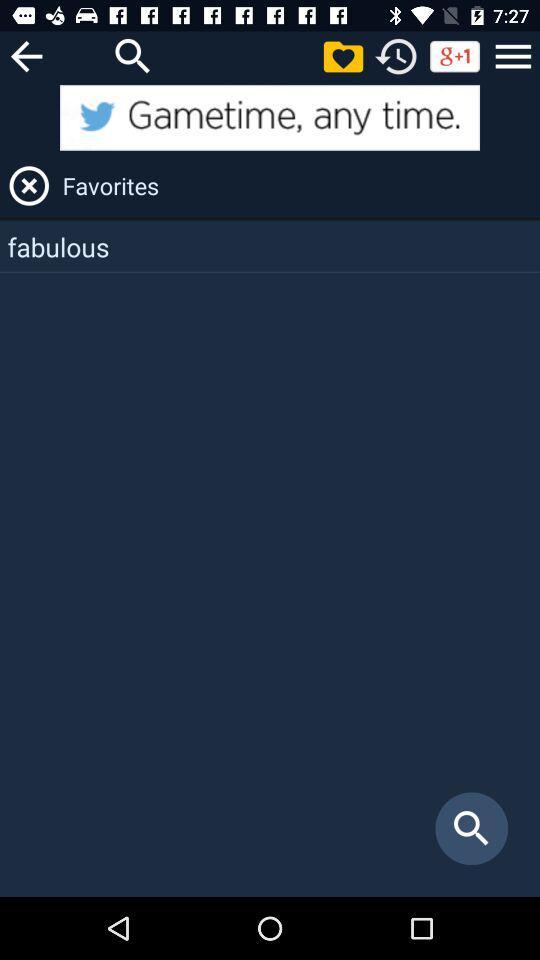 The image size is (540, 960). Describe the element at coordinates (270, 245) in the screenshot. I see `fabulous app` at that location.